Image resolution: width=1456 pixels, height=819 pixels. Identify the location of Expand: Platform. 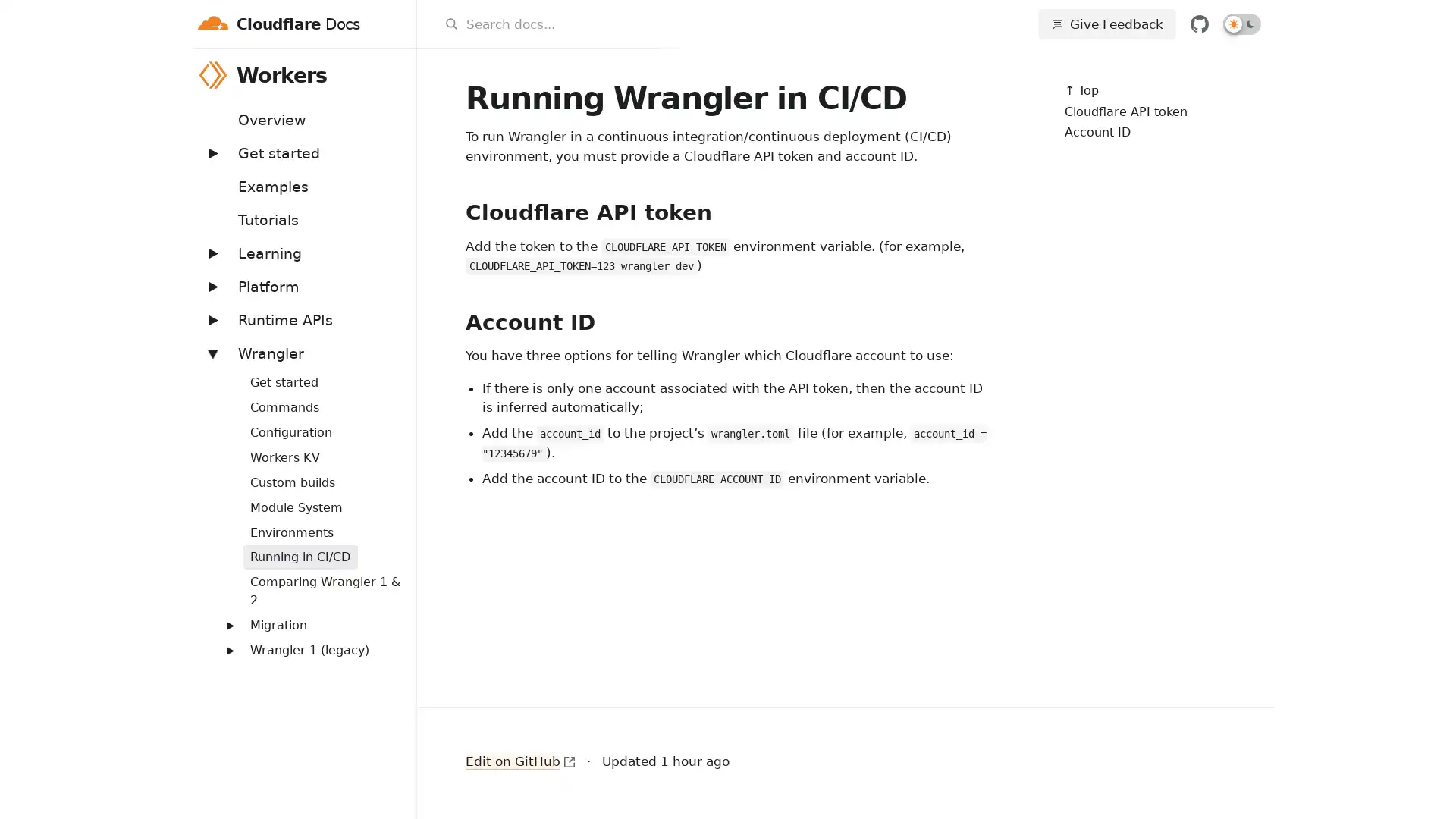
(211, 286).